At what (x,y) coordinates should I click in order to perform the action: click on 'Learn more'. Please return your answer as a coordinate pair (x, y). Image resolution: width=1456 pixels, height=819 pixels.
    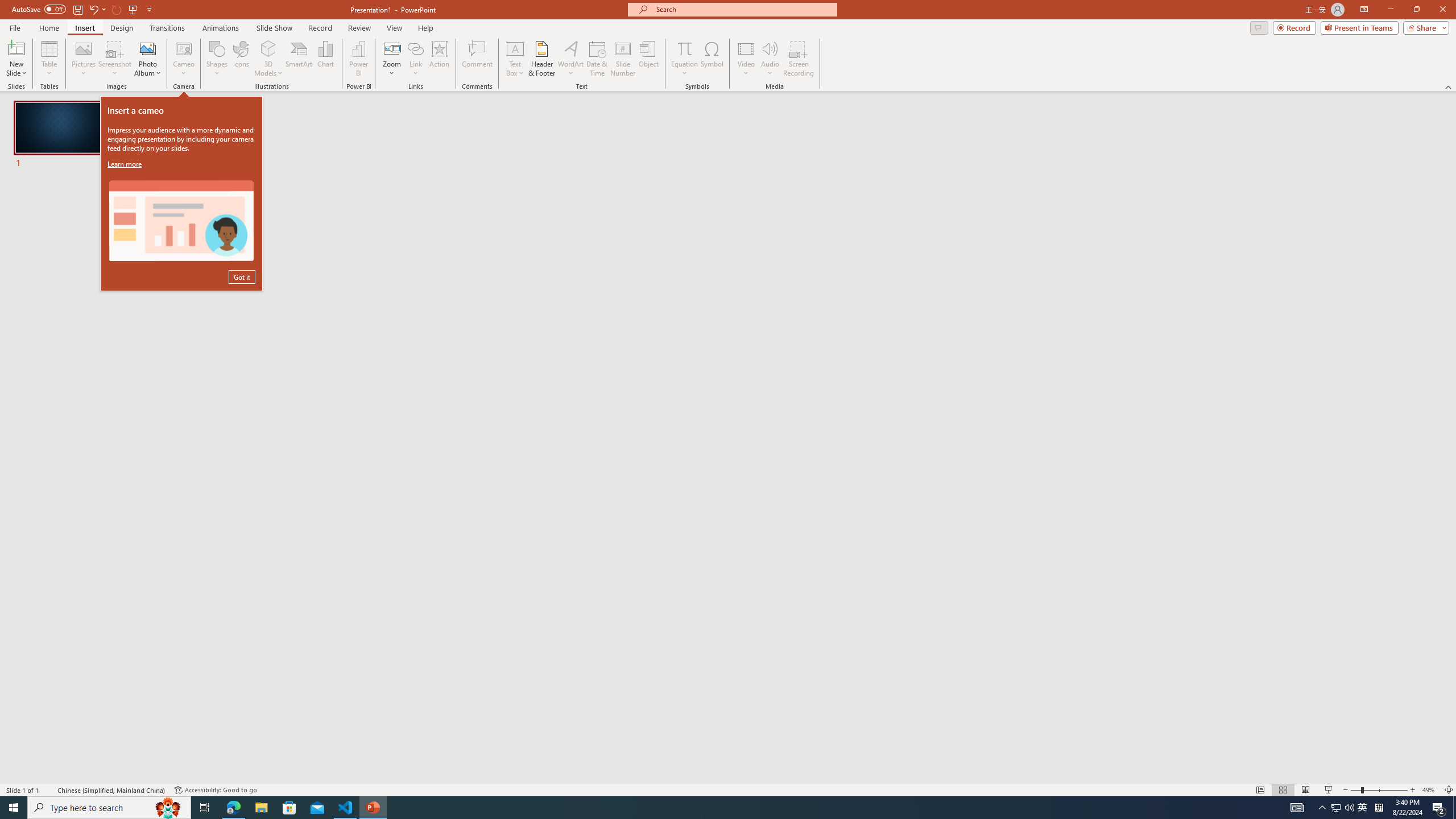
    Looking at the image, I should click on (125, 163).